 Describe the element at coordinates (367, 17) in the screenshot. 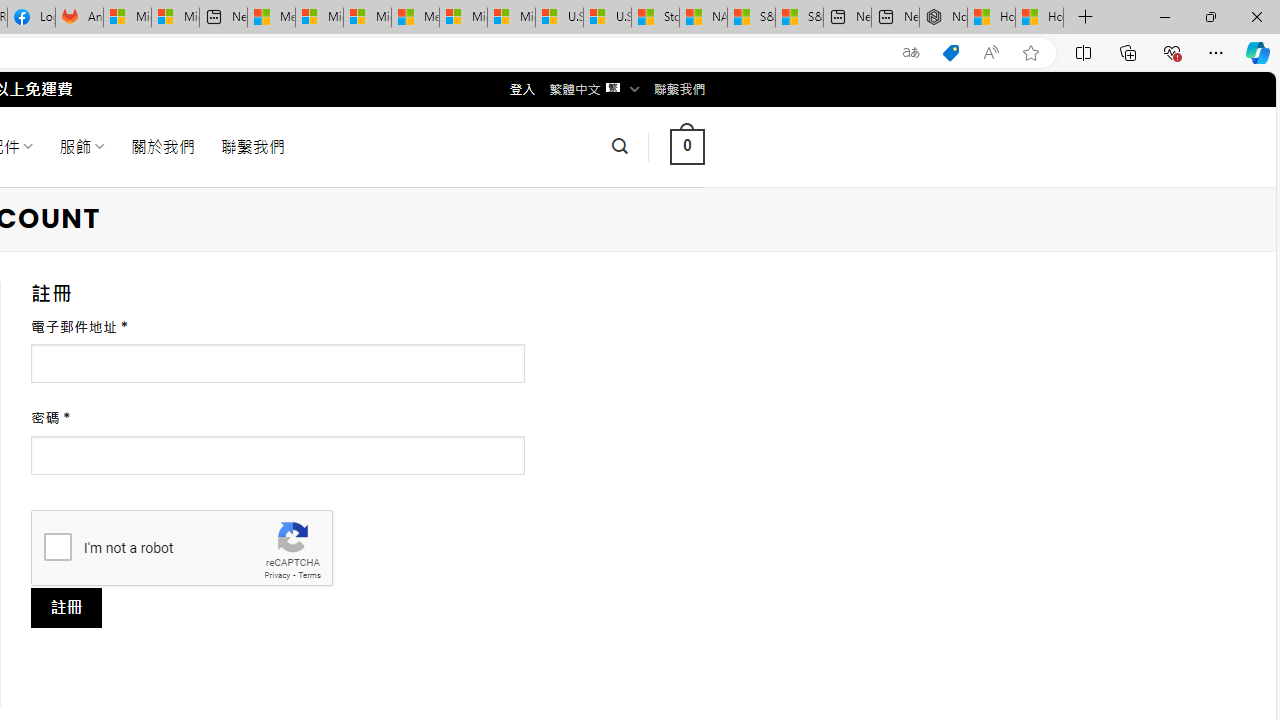

I see `'Microsoft account | Home'` at that location.